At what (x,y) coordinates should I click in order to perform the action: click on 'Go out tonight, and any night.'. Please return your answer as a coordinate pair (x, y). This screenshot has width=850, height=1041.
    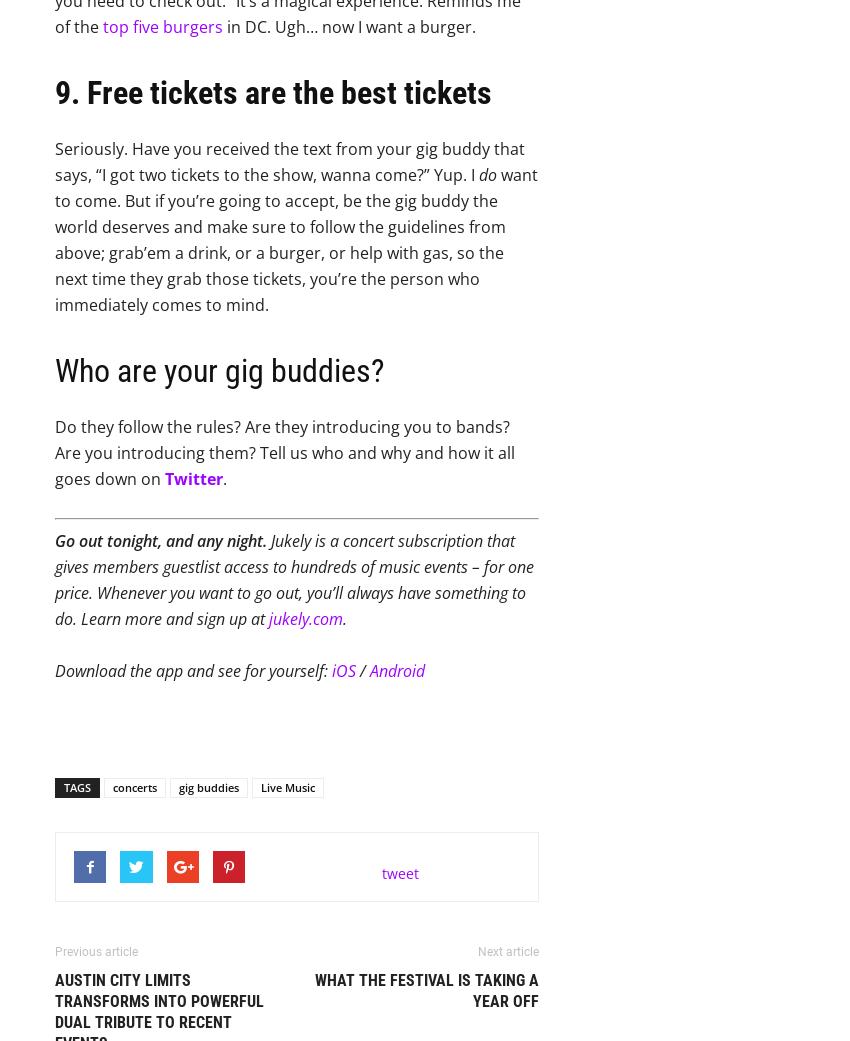
    Looking at the image, I should click on (54, 541).